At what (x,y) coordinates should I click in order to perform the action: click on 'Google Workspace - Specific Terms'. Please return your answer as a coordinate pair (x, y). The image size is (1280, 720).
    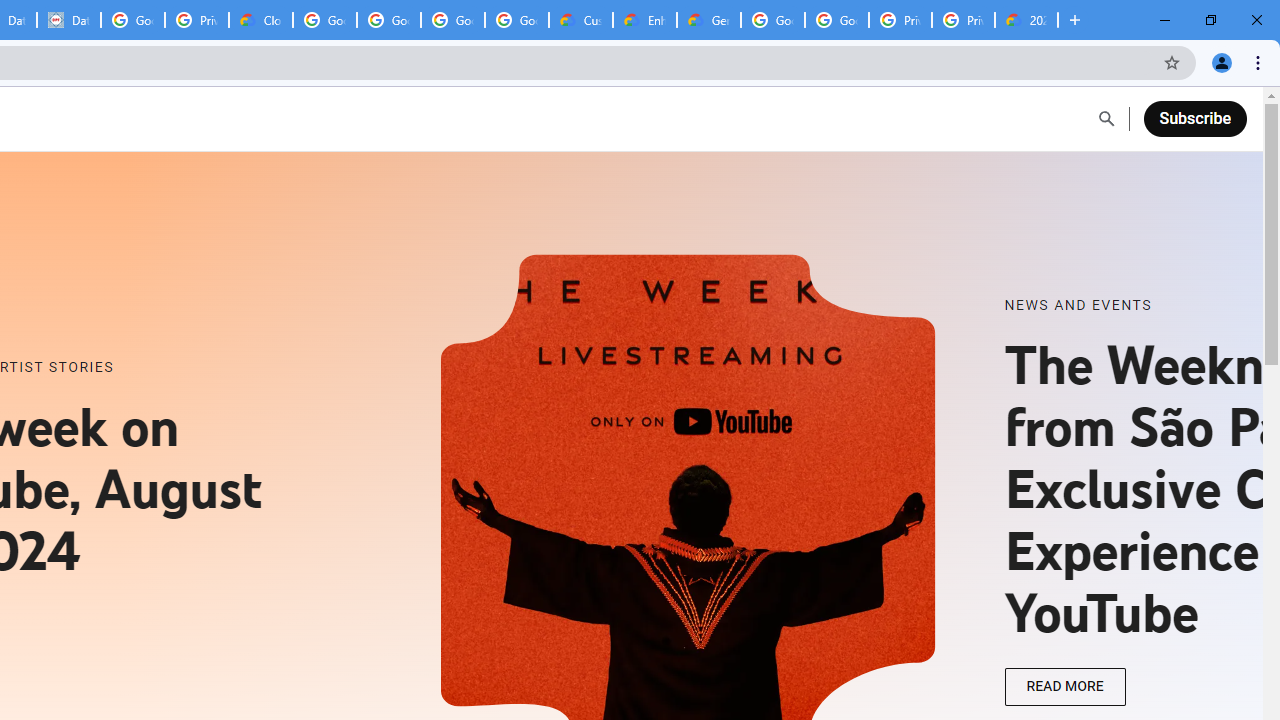
    Looking at the image, I should click on (517, 20).